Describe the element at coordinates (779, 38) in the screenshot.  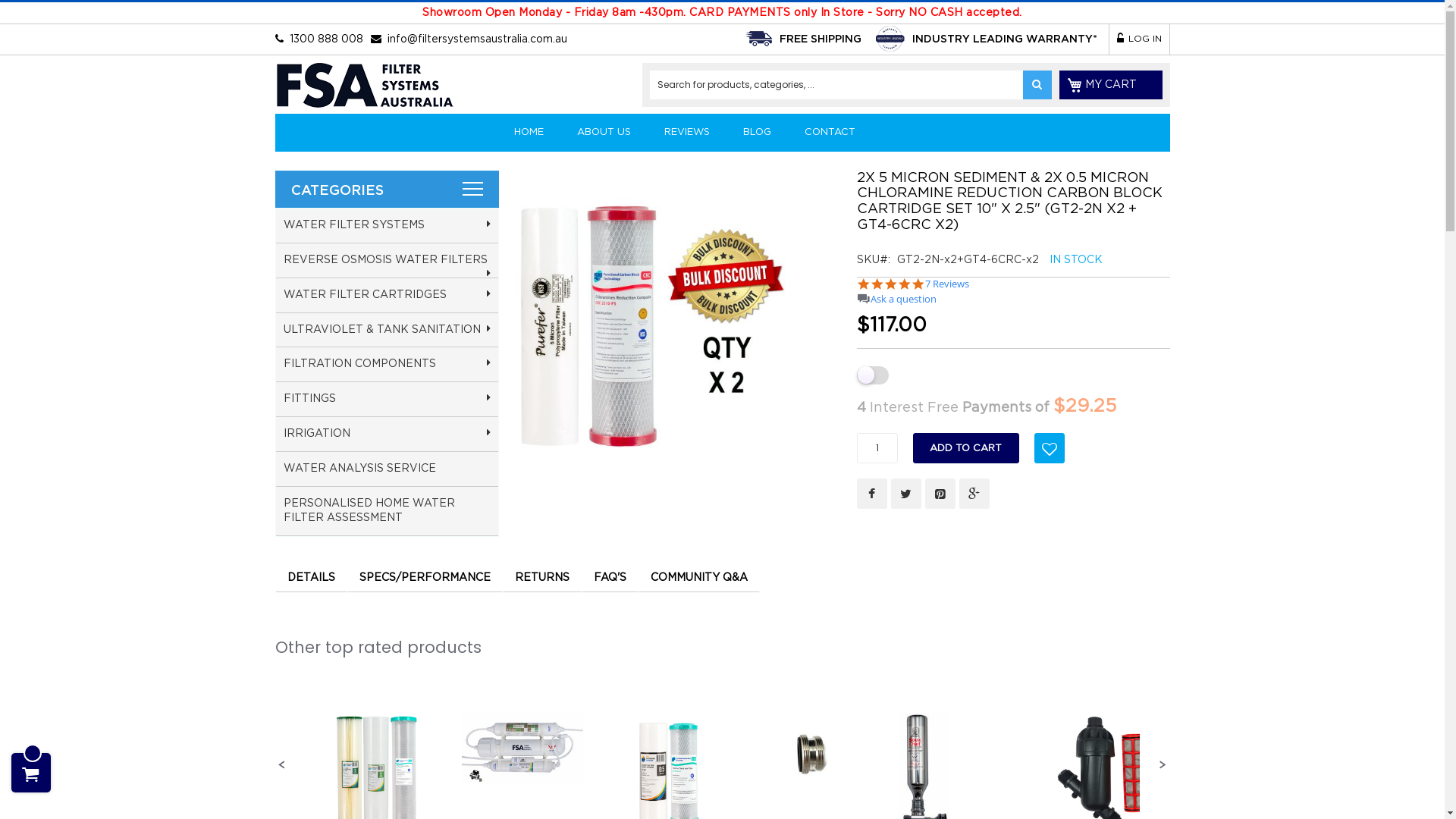
I see `'FREE SHIPPING'` at that location.